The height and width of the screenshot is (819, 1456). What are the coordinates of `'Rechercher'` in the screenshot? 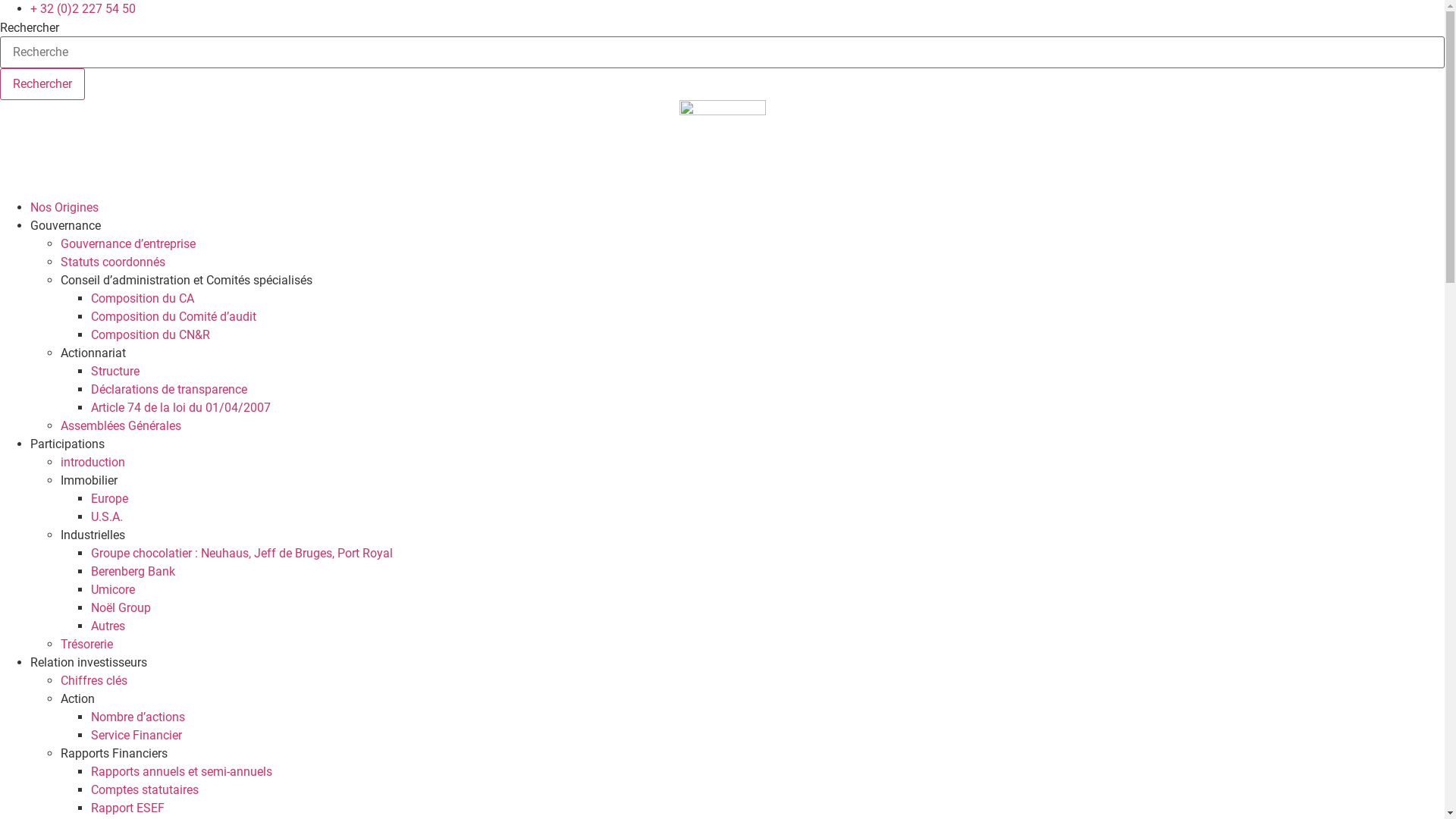 It's located at (42, 84).